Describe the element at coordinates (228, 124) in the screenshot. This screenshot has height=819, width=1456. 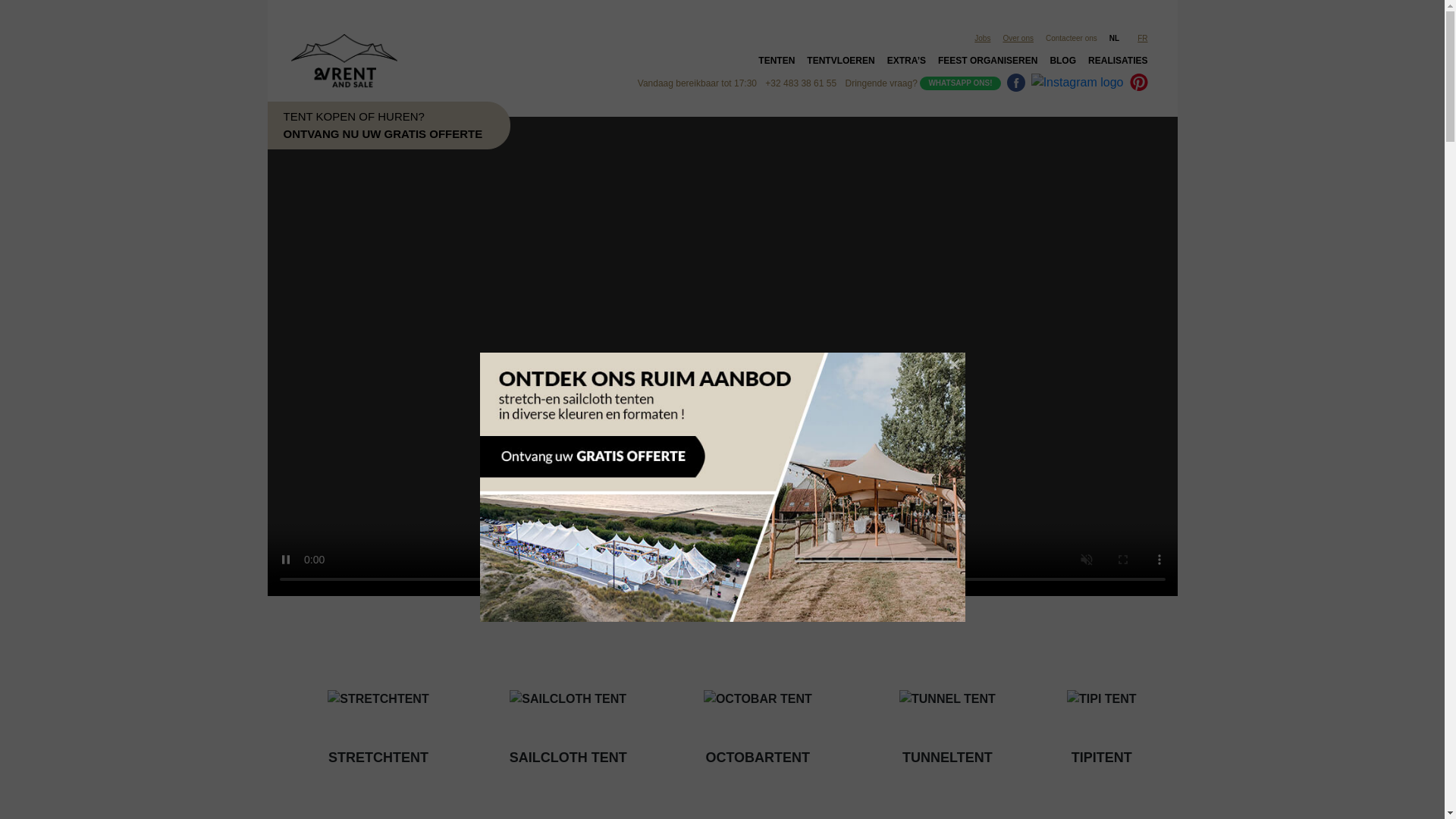
I see `'TENT KOPEN OF HUREN?` at that location.